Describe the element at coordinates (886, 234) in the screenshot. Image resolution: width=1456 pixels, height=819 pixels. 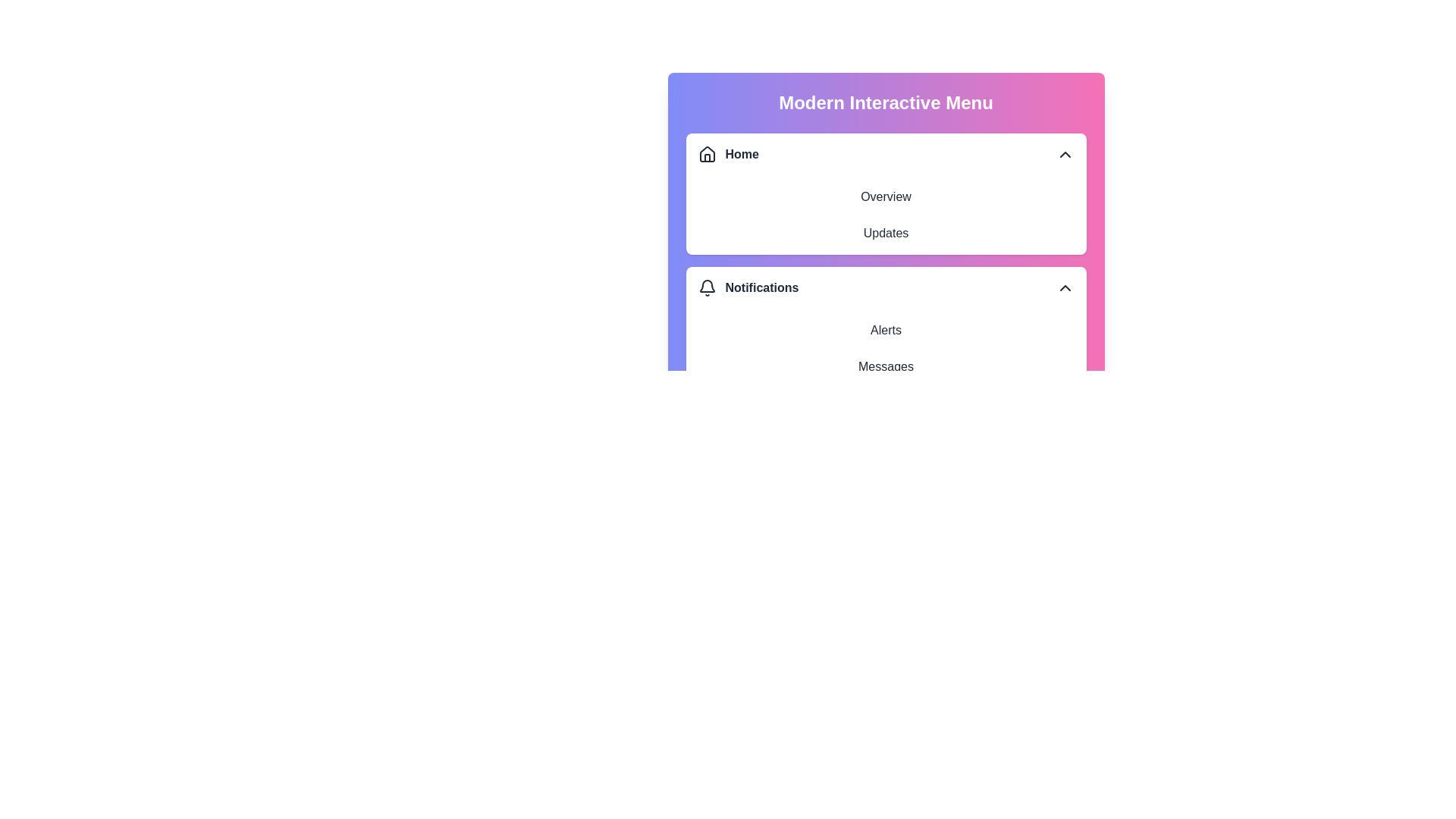
I see `the text element Updates to interact with it` at that location.